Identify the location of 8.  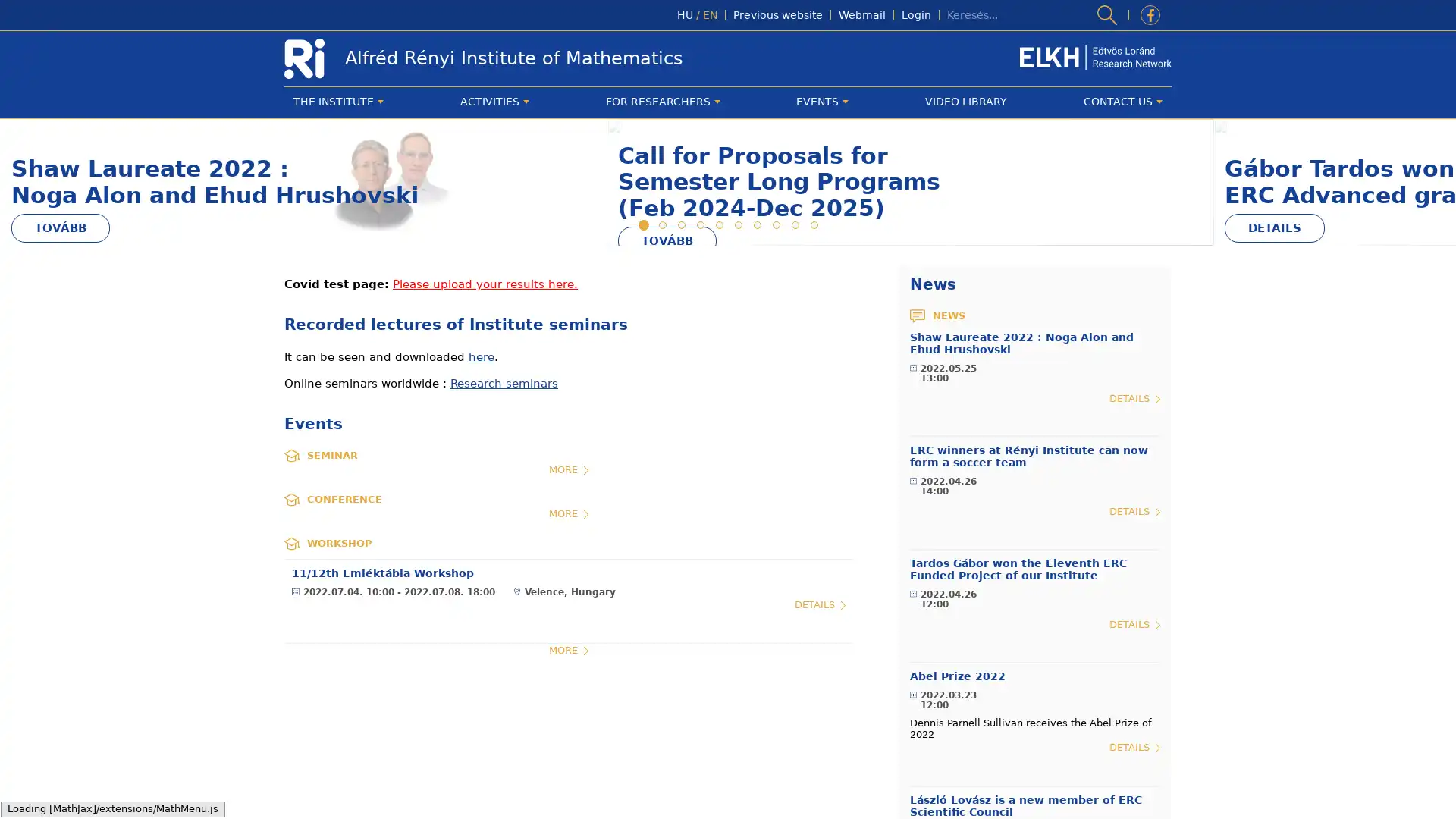
(775, 400).